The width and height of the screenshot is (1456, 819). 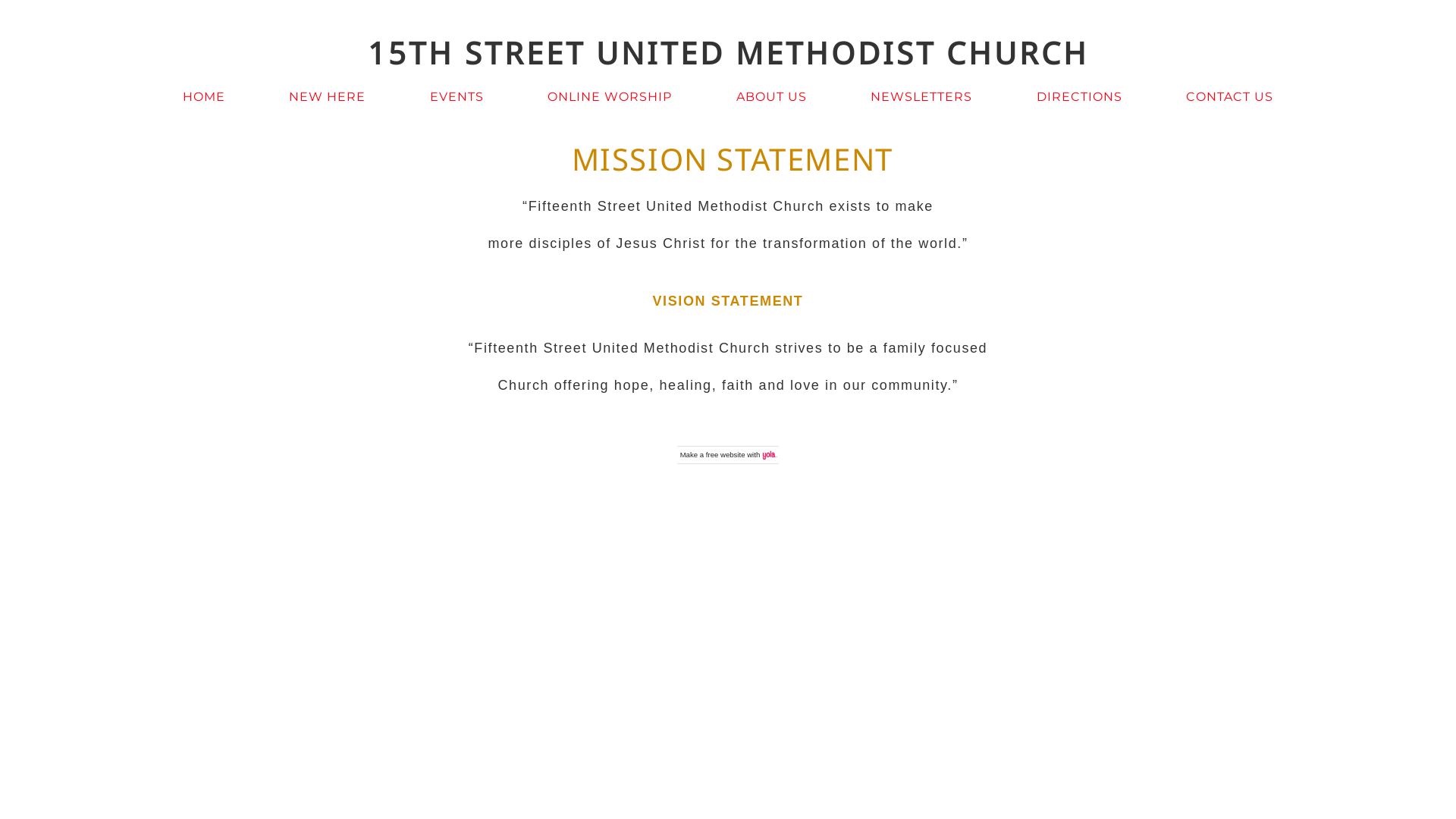 I want to click on 'ONLINE WORSHIP', so click(x=610, y=96).